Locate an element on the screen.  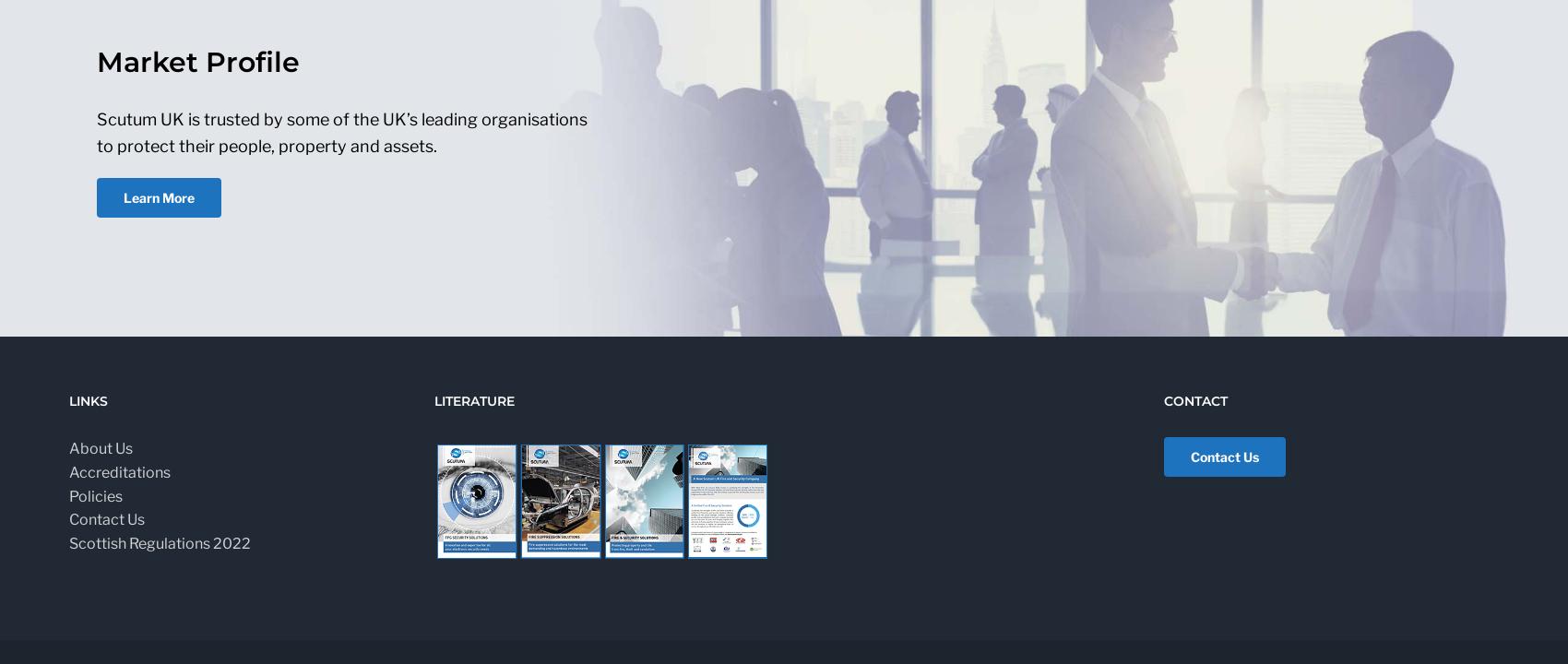
'Scottish Regulations 2022' is located at coordinates (159, 542).